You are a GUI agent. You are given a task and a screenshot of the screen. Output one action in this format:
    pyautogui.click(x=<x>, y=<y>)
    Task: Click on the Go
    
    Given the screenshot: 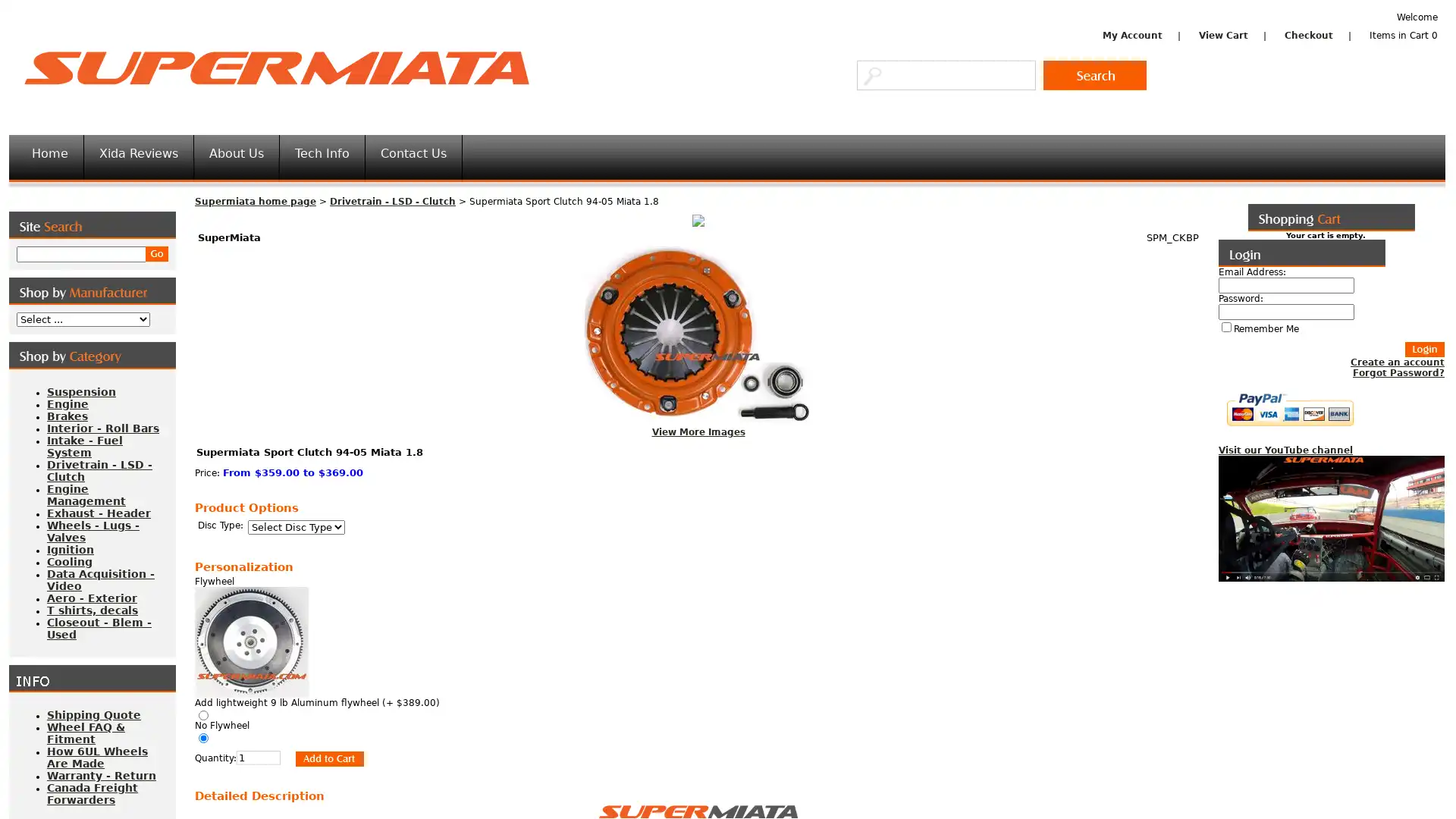 What is the action you would take?
    pyautogui.click(x=1095, y=75)
    